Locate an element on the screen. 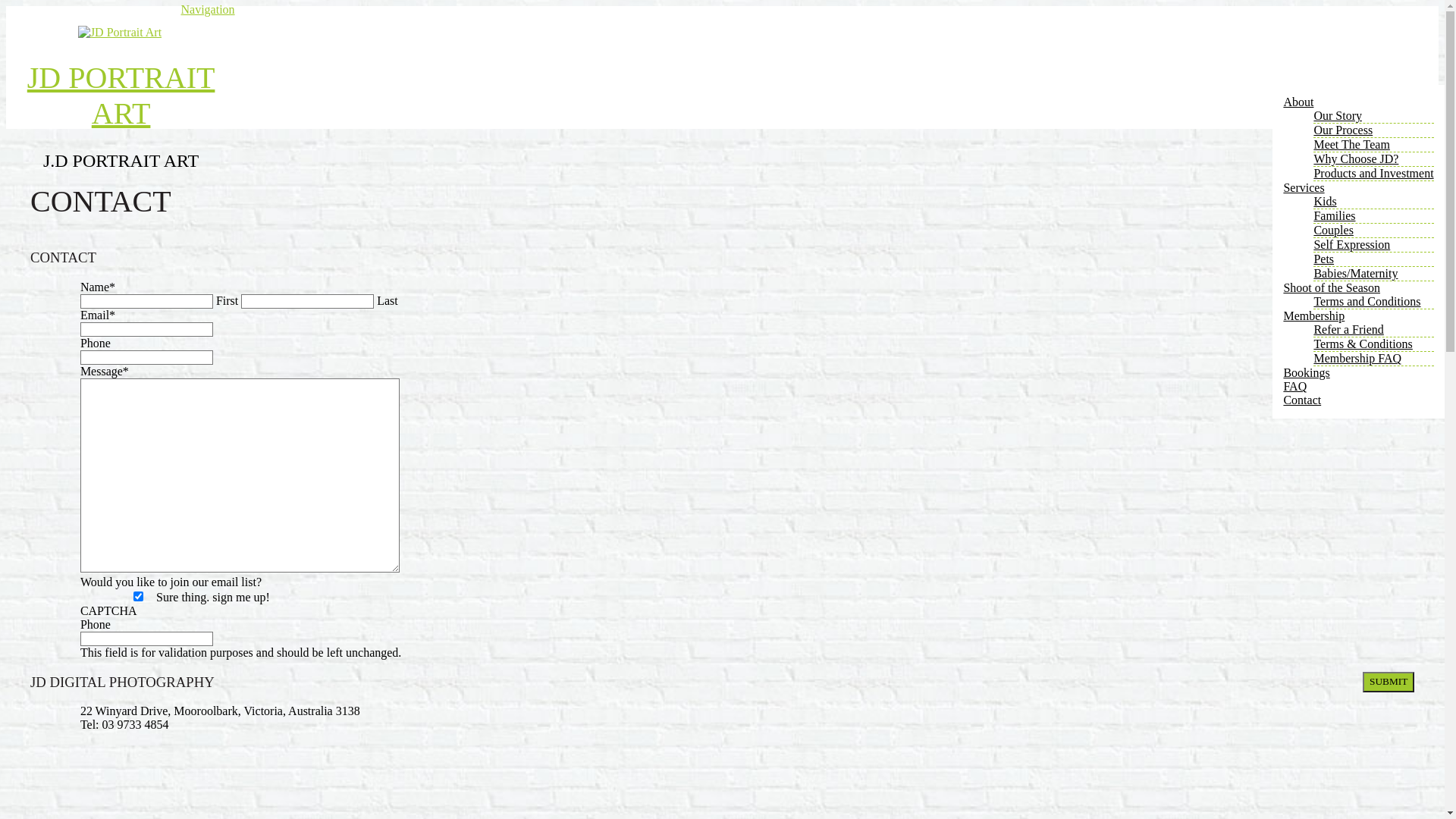  'Shoot of the Season' is located at coordinates (1331, 287).